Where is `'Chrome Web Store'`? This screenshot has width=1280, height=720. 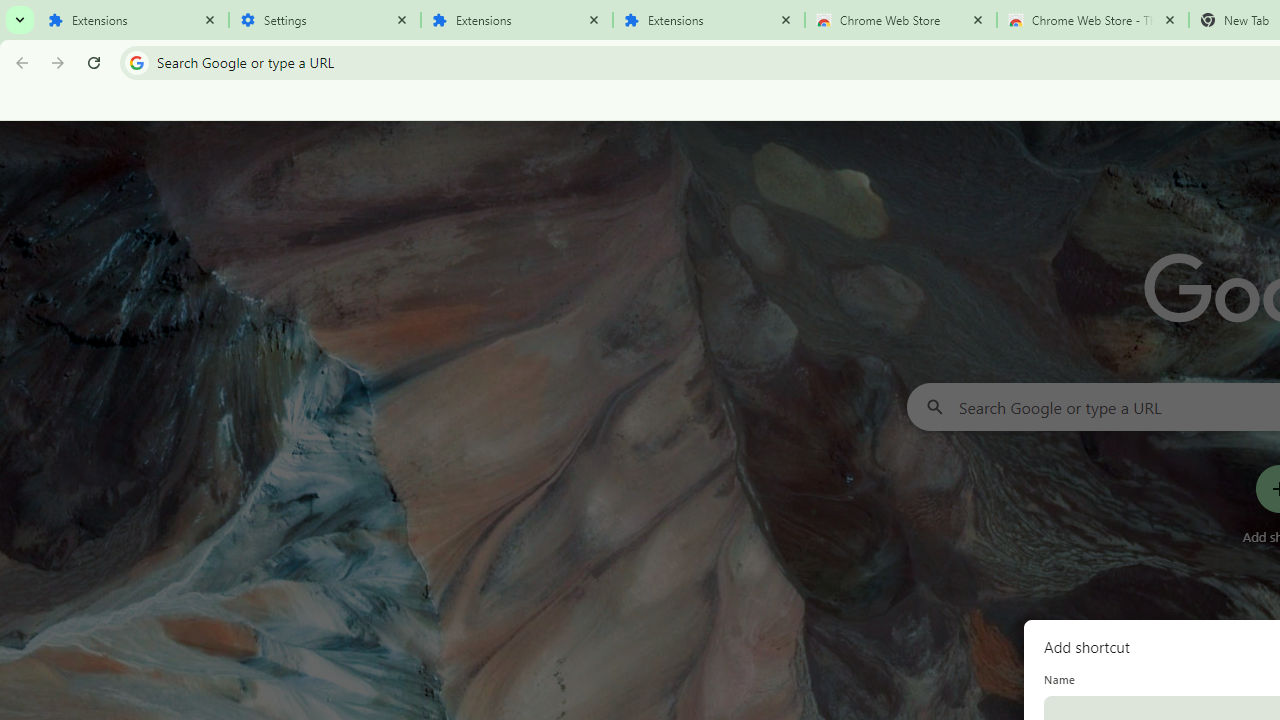
'Chrome Web Store' is located at coordinates (900, 20).